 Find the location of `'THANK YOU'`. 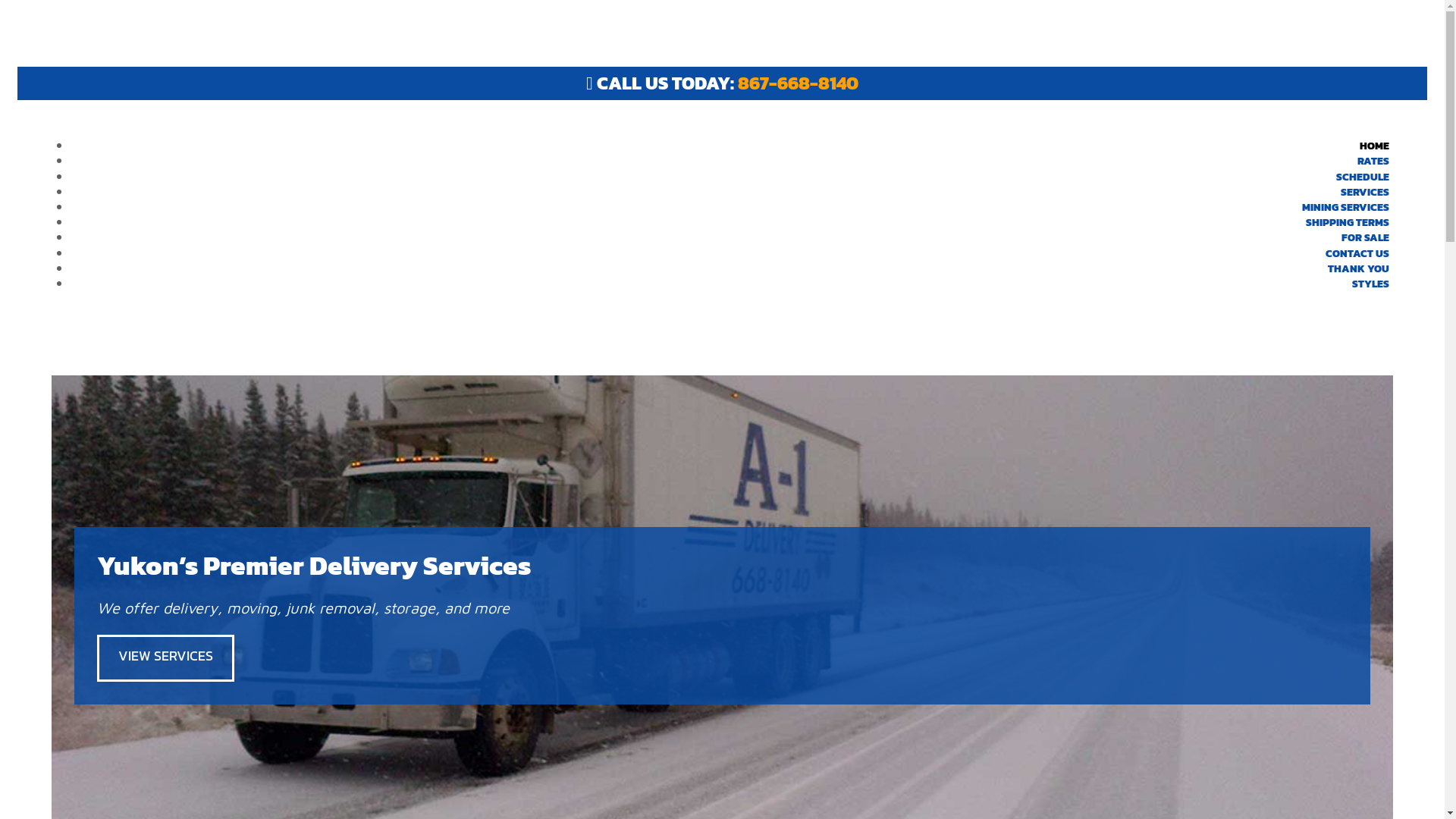

'THANK YOU' is located at coordinates (1312, 268).